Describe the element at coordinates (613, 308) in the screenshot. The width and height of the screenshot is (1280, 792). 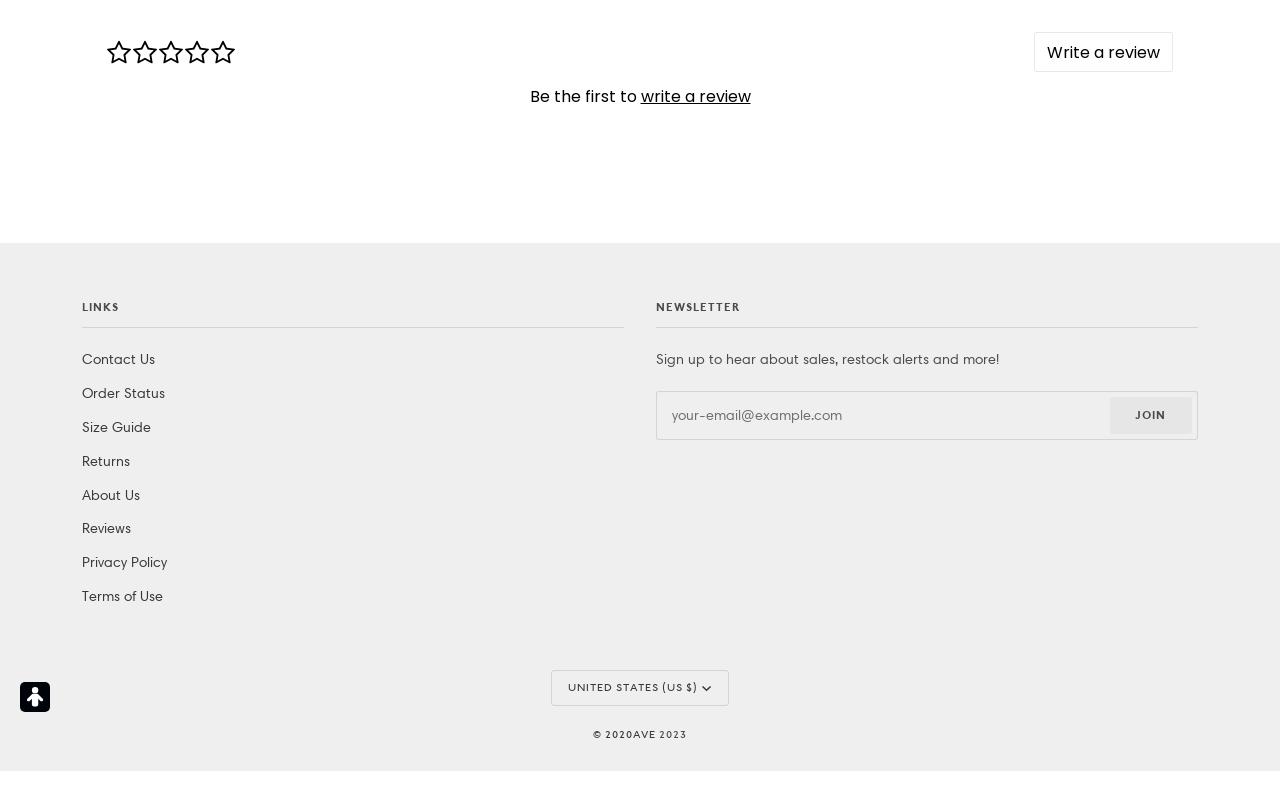
I see `'Armenia (AM $)'` at that location.